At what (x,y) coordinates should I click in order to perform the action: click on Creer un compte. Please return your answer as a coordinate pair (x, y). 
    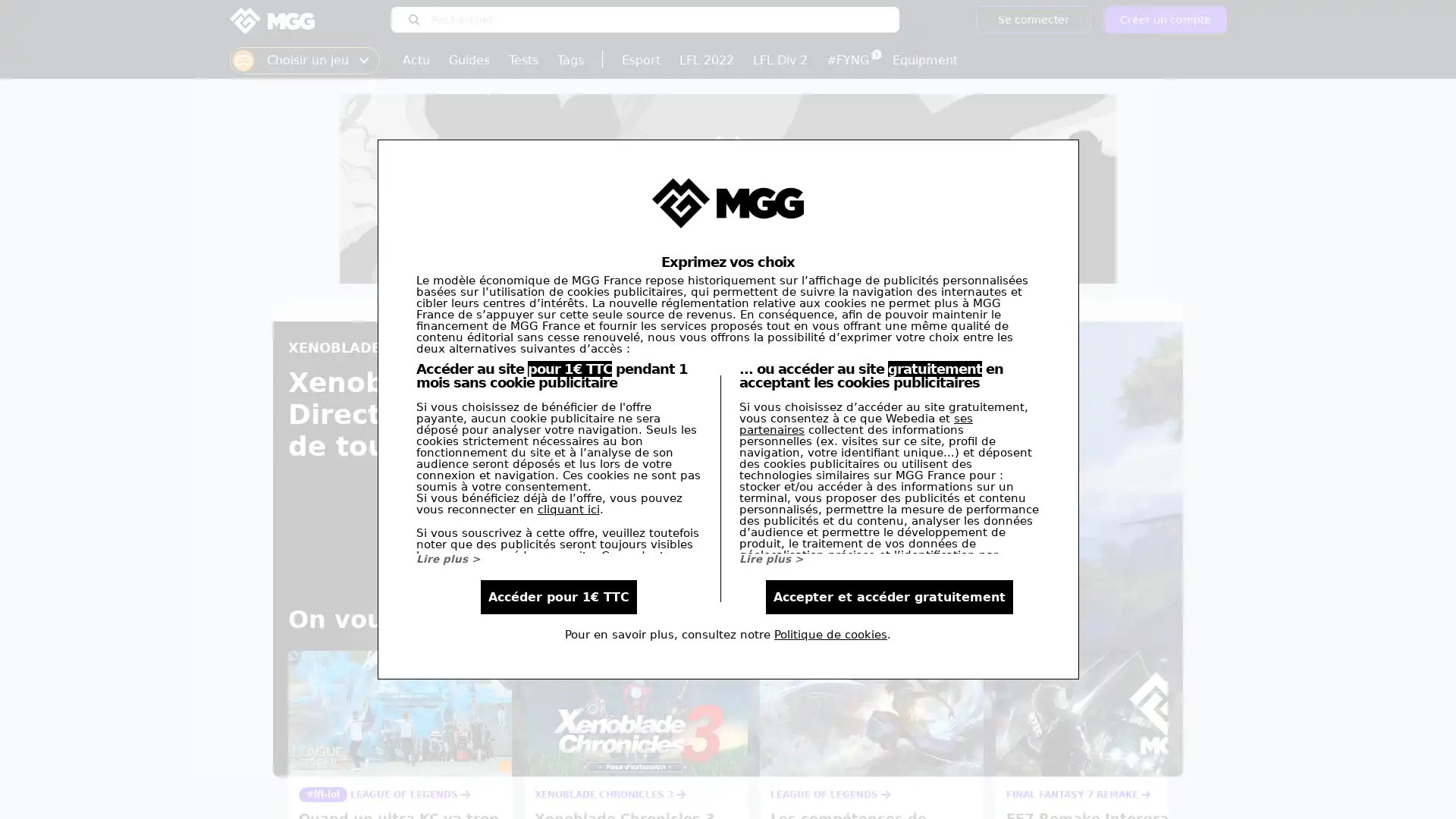
    Looking at the image, I should click on (1164, 20).